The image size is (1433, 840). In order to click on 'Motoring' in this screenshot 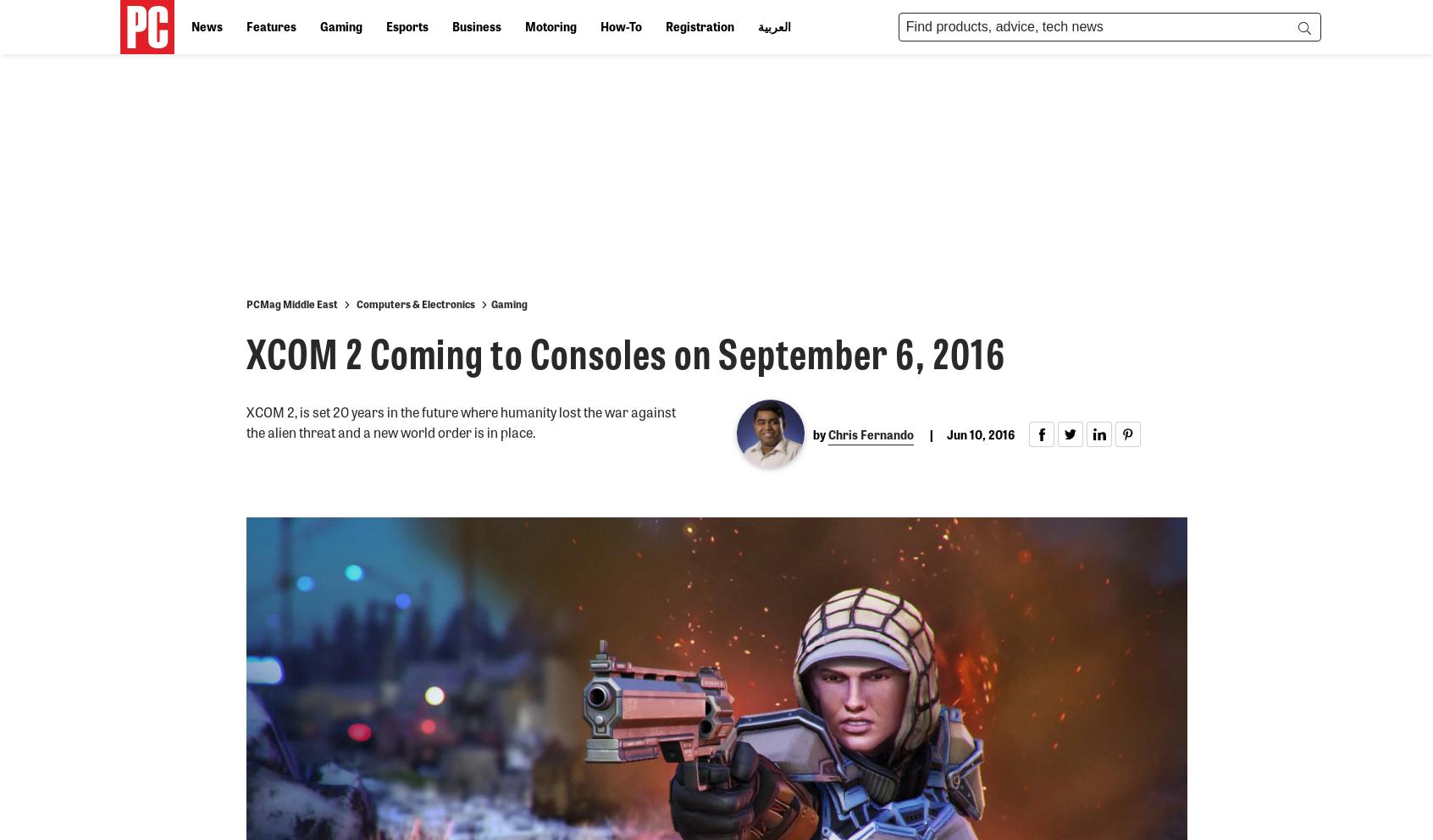, I will do `click(551, 25)`.